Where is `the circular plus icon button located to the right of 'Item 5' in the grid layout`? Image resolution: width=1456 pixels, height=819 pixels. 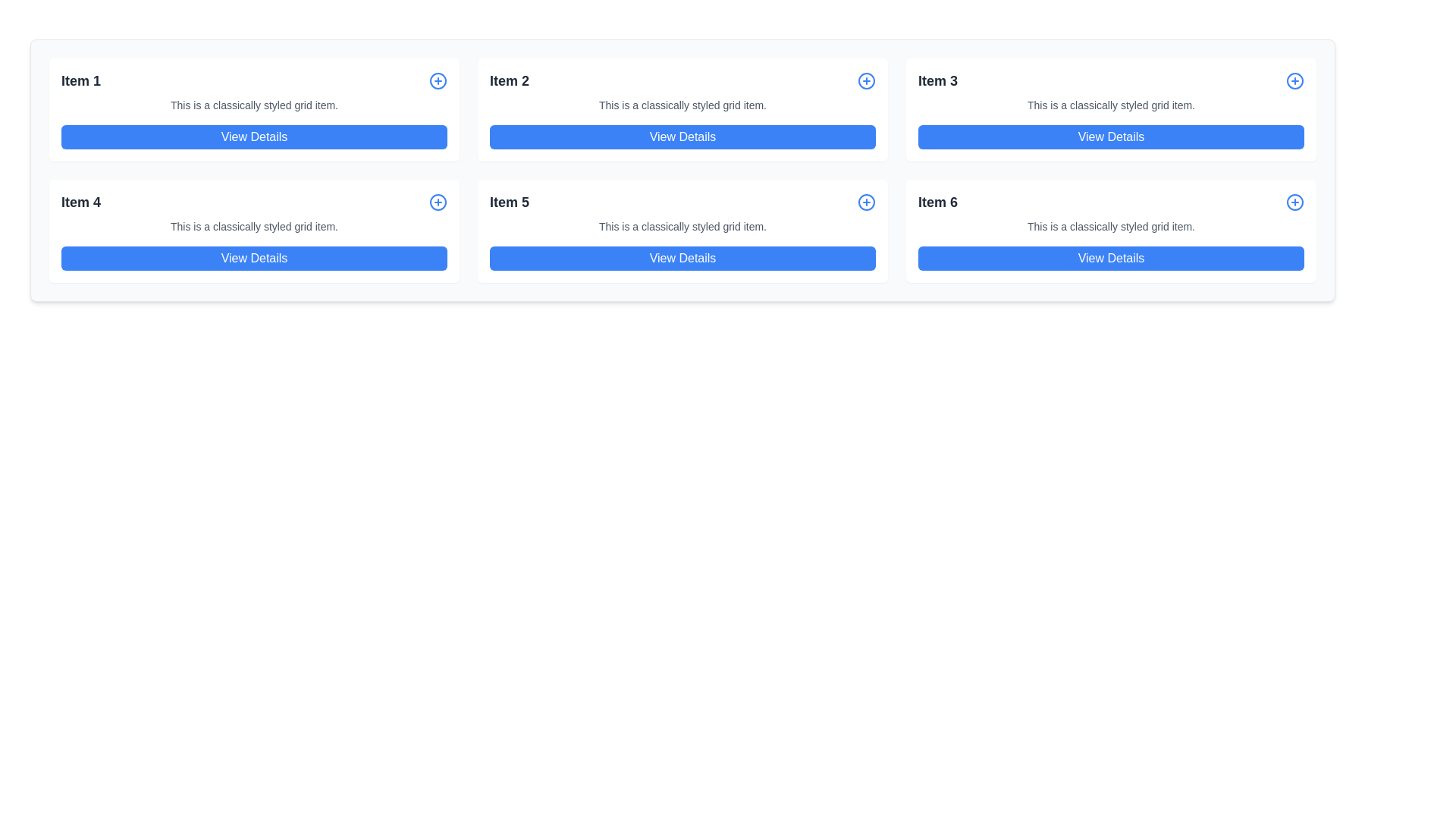
the circular plus icon button located to the right of 'Item 5' in the grid layout is located at coordinates (866, 201).